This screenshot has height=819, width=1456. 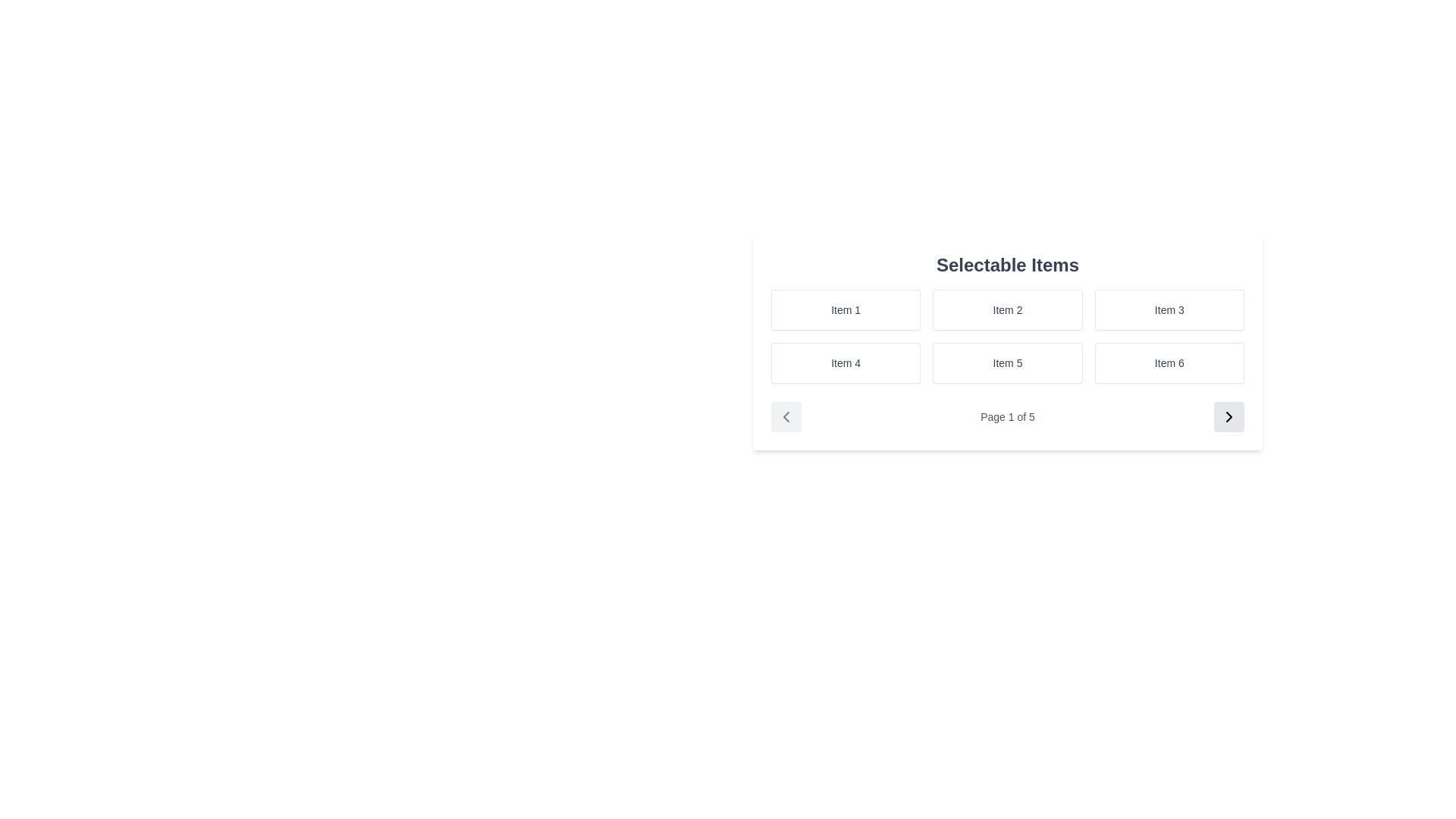 I want to click on the button labeled 'Item 4', which is a rectangular button with light gray borders and a white background, positioned in the second row, first column of the grid under 'Selectable Items', so click(x=845, y=362).